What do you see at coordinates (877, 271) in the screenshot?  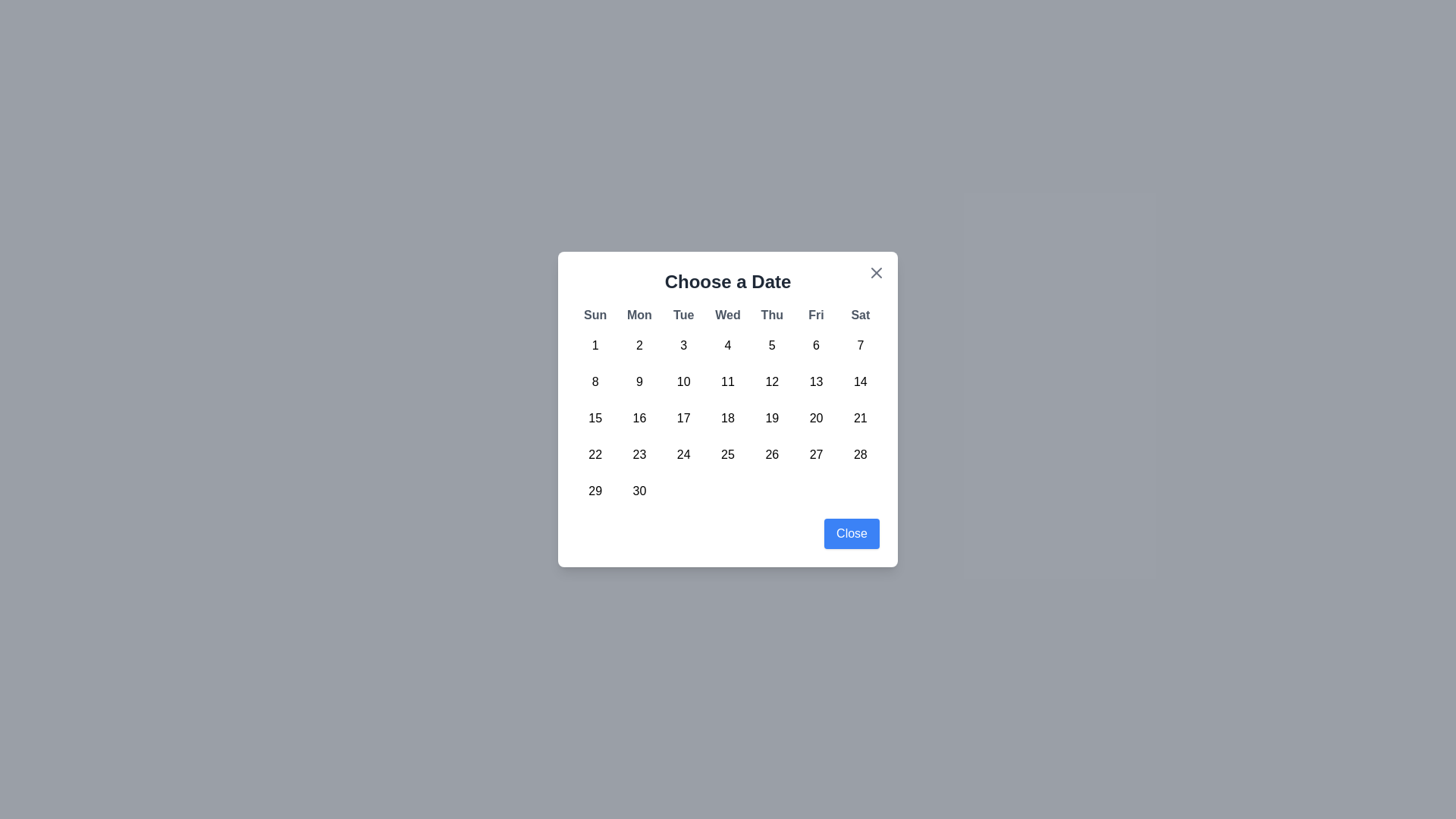 I see `'X' button in the top right corner of the dialog to close it` at bounding box center [877, 271].